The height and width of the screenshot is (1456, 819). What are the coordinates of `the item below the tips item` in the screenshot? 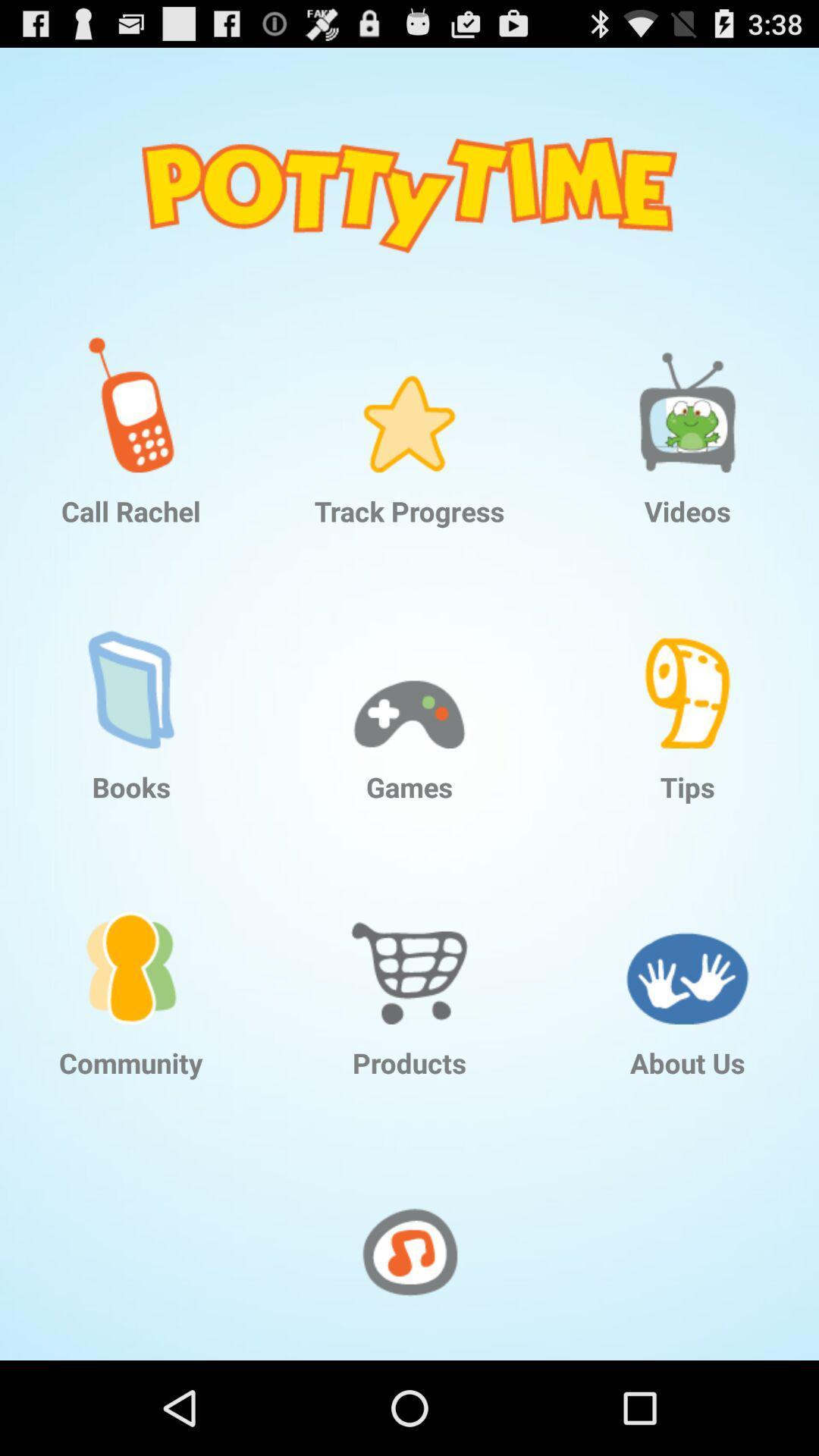 It's located at (687, 943).